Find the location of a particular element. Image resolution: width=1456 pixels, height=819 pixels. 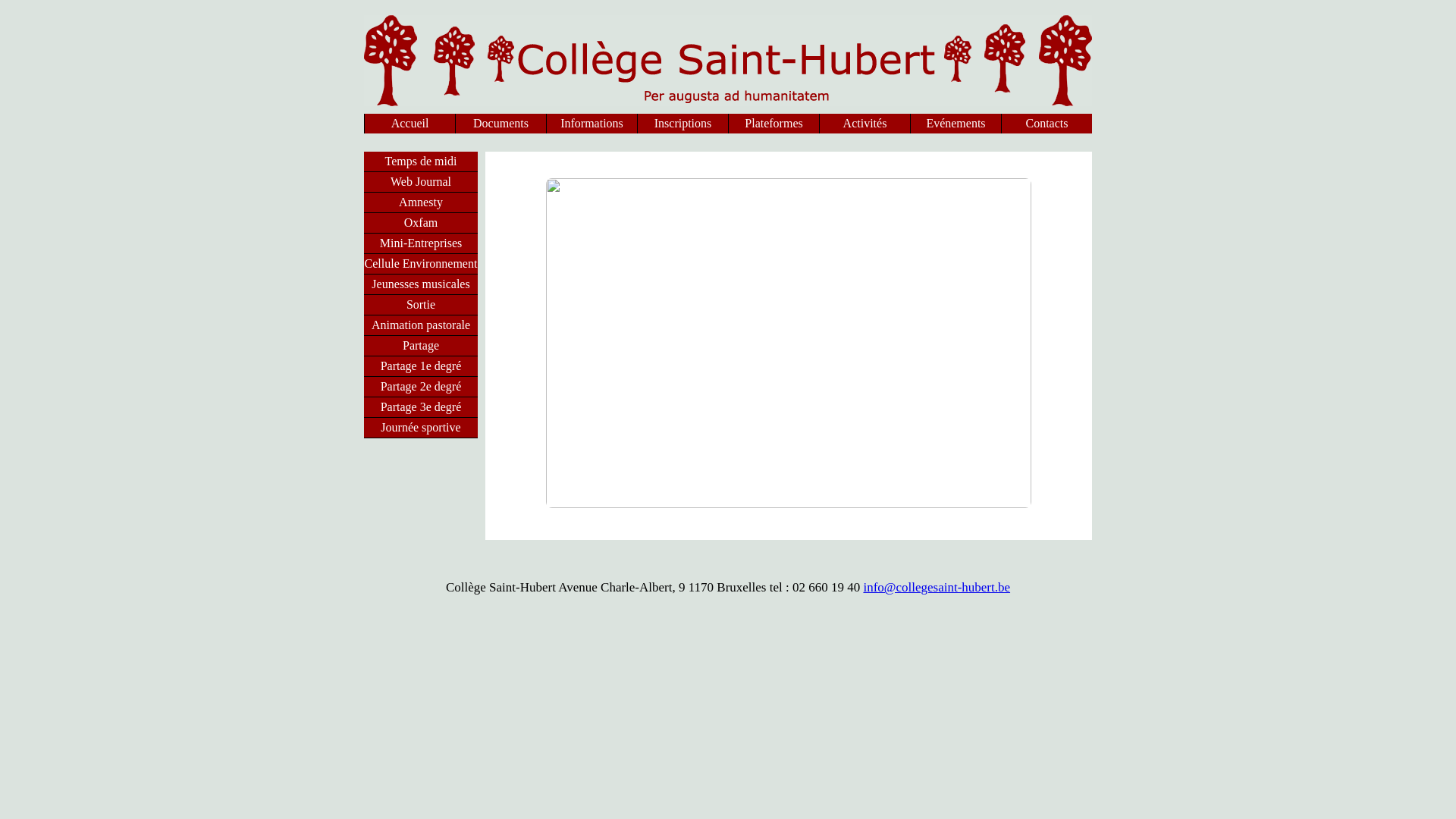

'Temps de midi' is located at coordinates (364, 161).